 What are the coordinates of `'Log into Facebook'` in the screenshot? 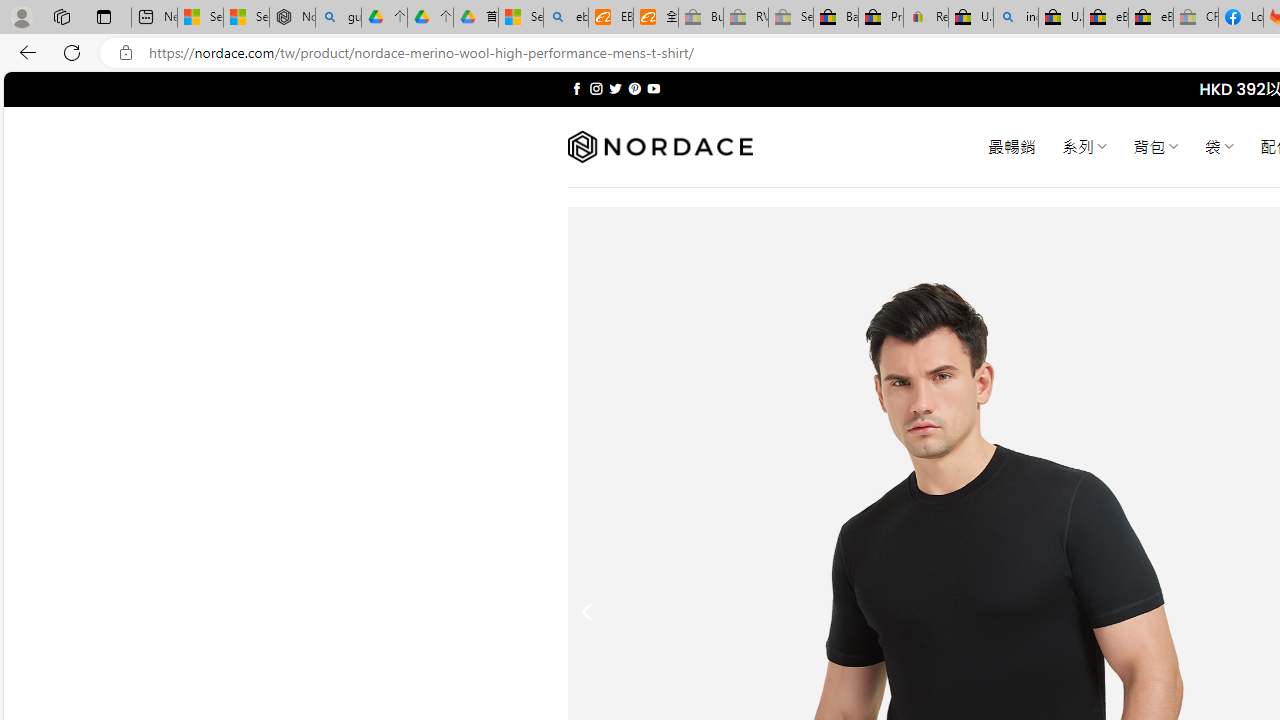 It's located at (1239, 17).